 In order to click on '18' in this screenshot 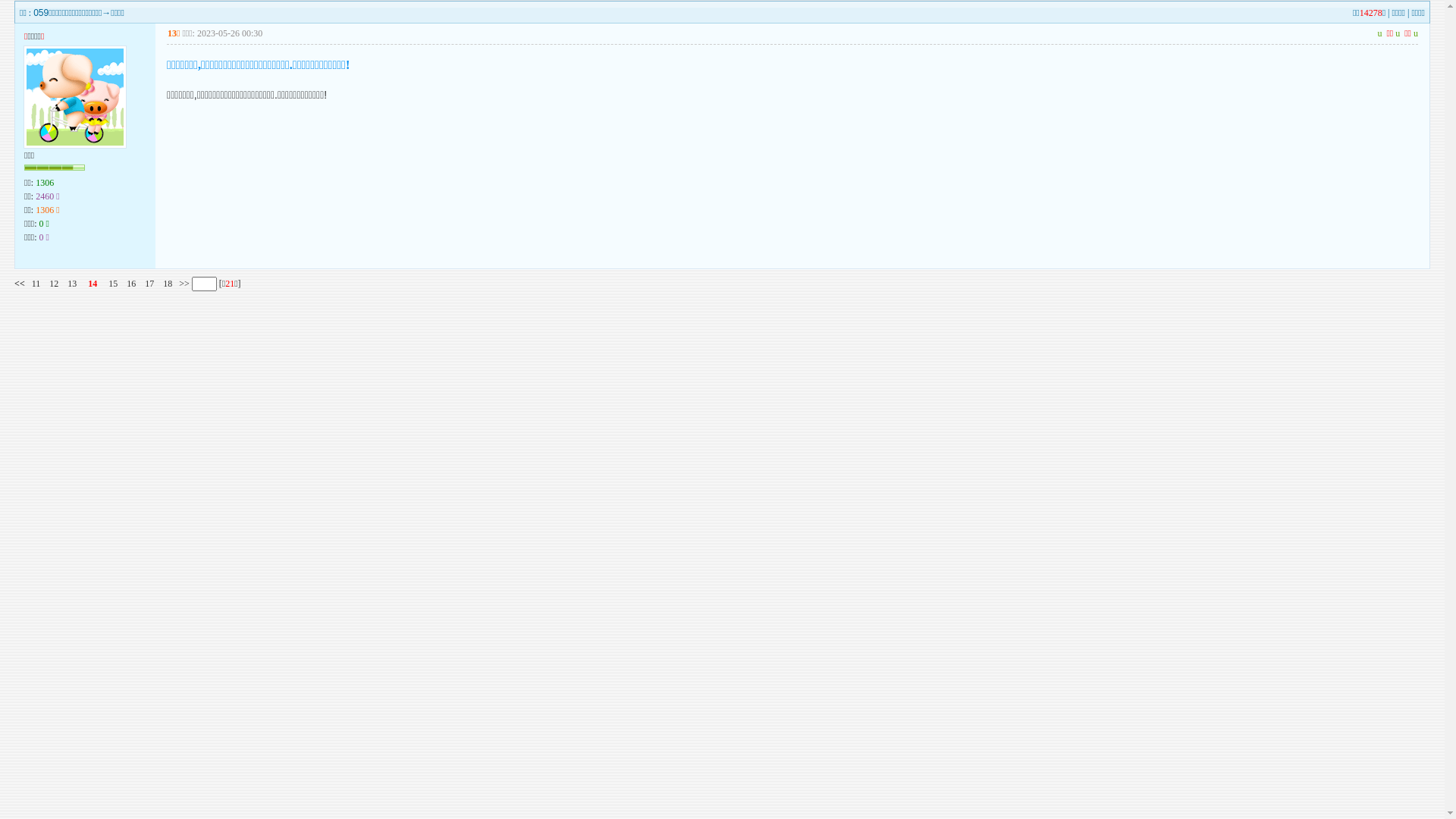, I will do `click(167, 284)`.